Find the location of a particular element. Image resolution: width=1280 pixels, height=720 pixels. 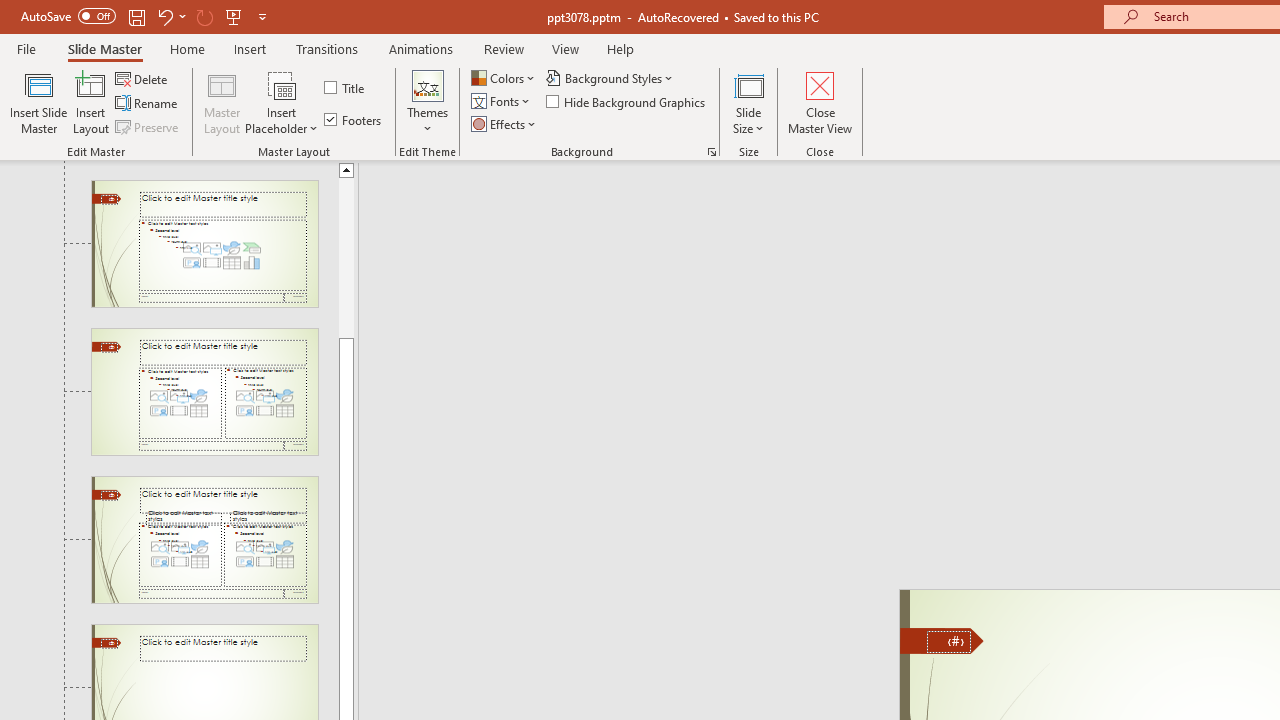

'Freeform 11' is located at coordinates (941, 640).